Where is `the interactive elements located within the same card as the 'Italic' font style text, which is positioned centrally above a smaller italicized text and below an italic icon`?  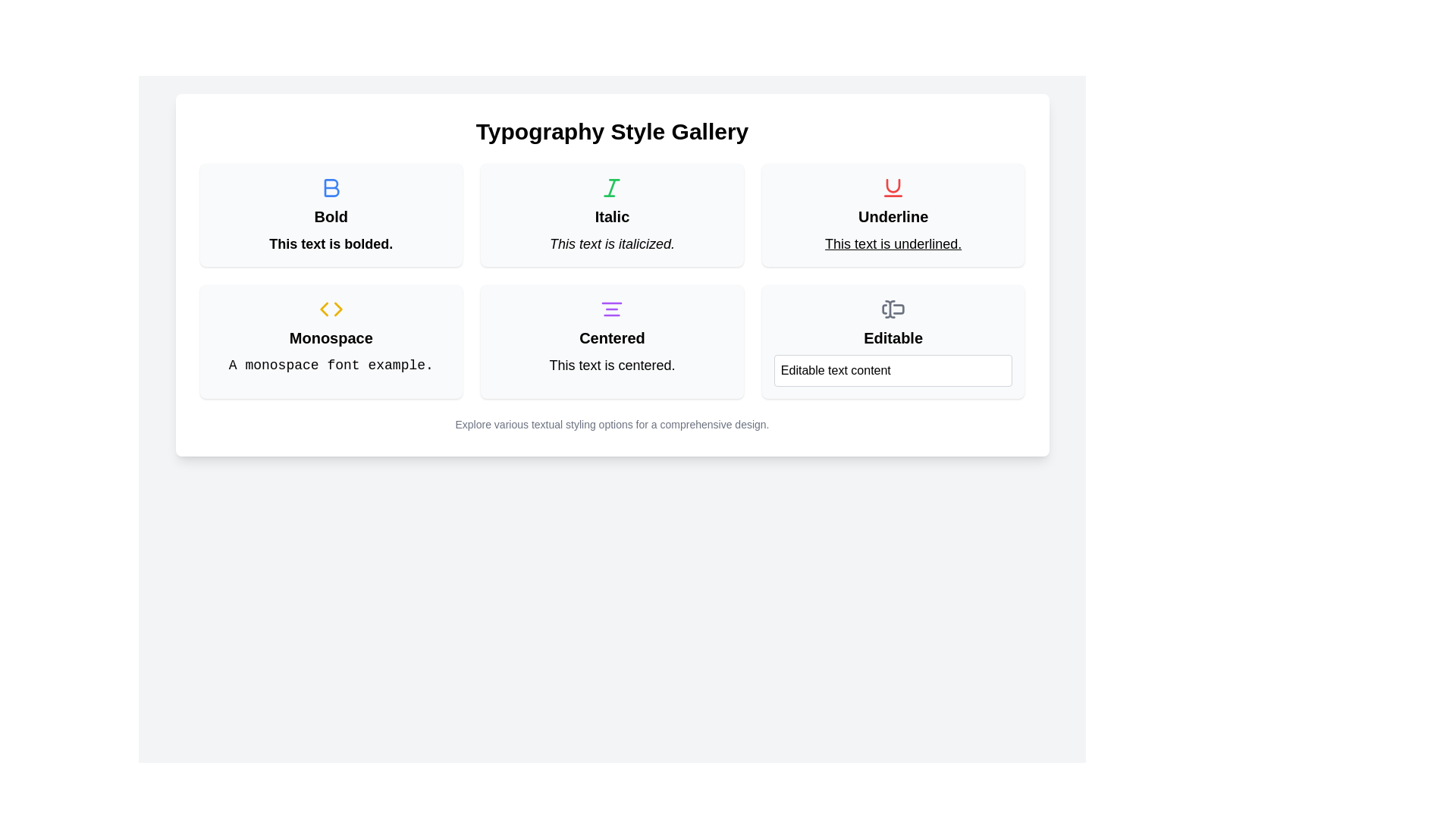 the interactive elements located within the same card as the 'Italic' font style text, which is positioned centrally above a smaller italicized text and below an italic icon is located at coordinates (612, 216).